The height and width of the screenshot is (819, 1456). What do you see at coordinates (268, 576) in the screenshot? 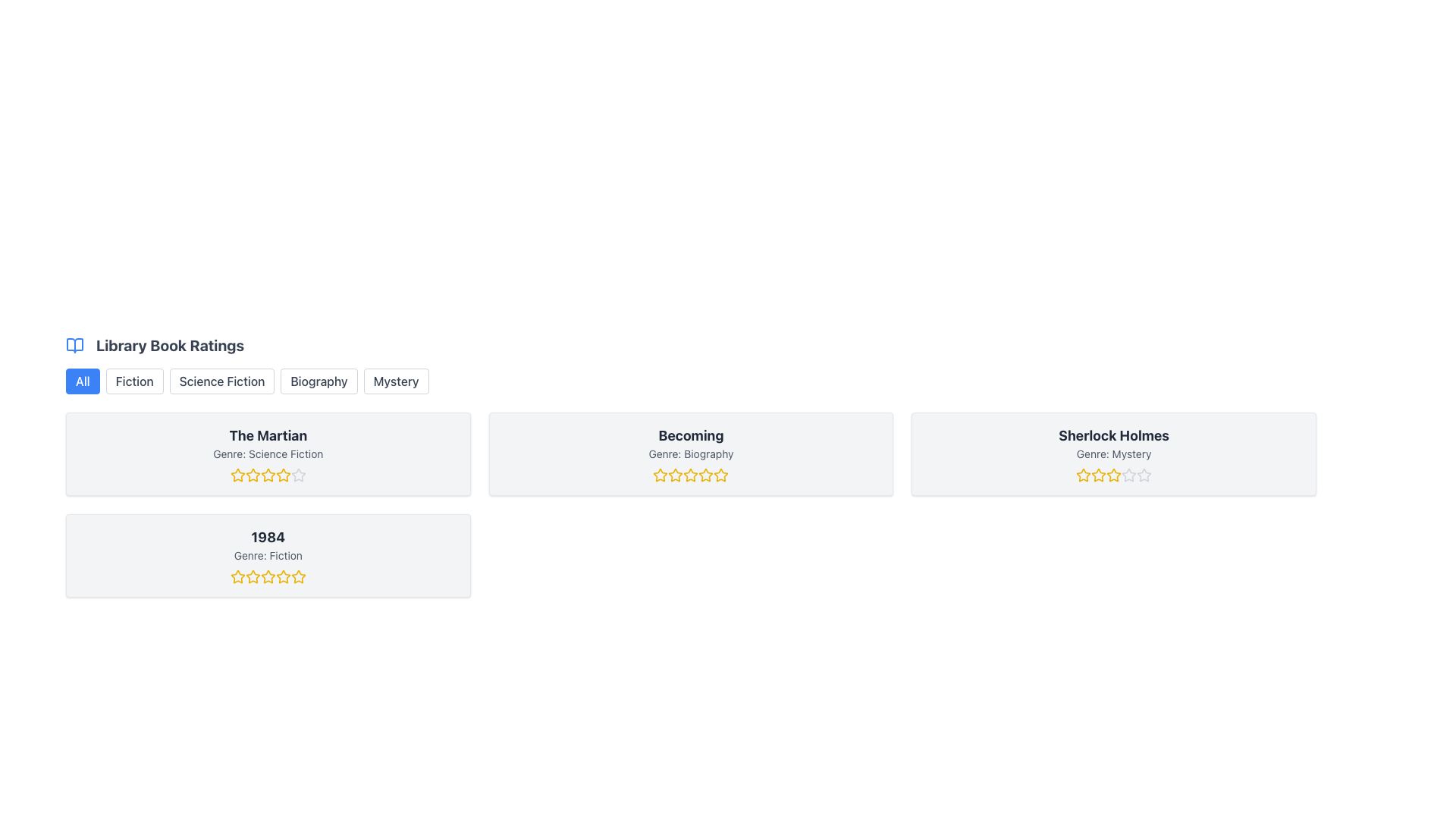
I see `the third interactive graphical rating star in the 5-star rating widget for the book '1984'` at bounding box center [268, 576].